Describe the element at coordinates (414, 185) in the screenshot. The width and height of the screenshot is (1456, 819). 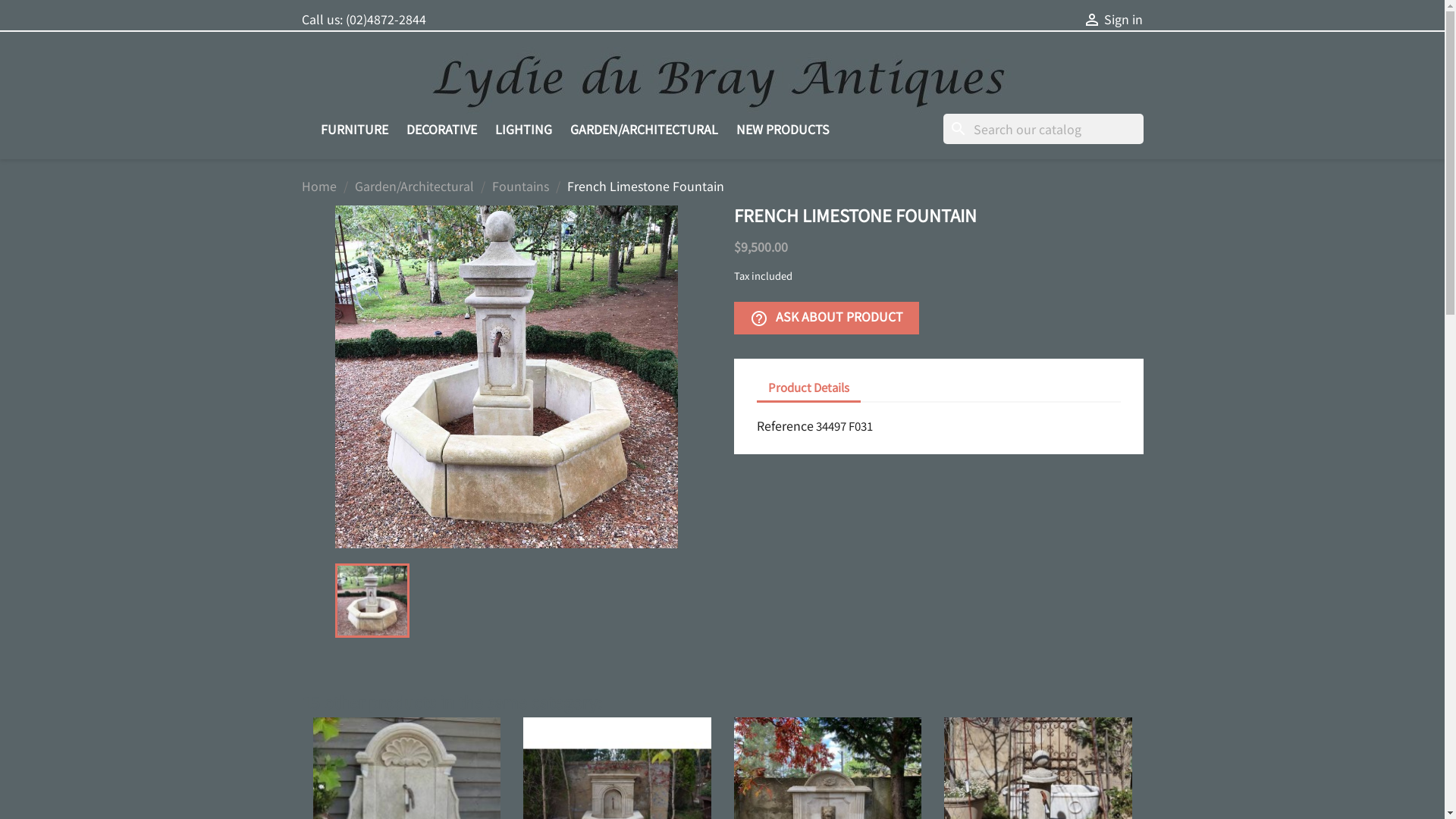
I see `'Garden/Architectural'` at that location.